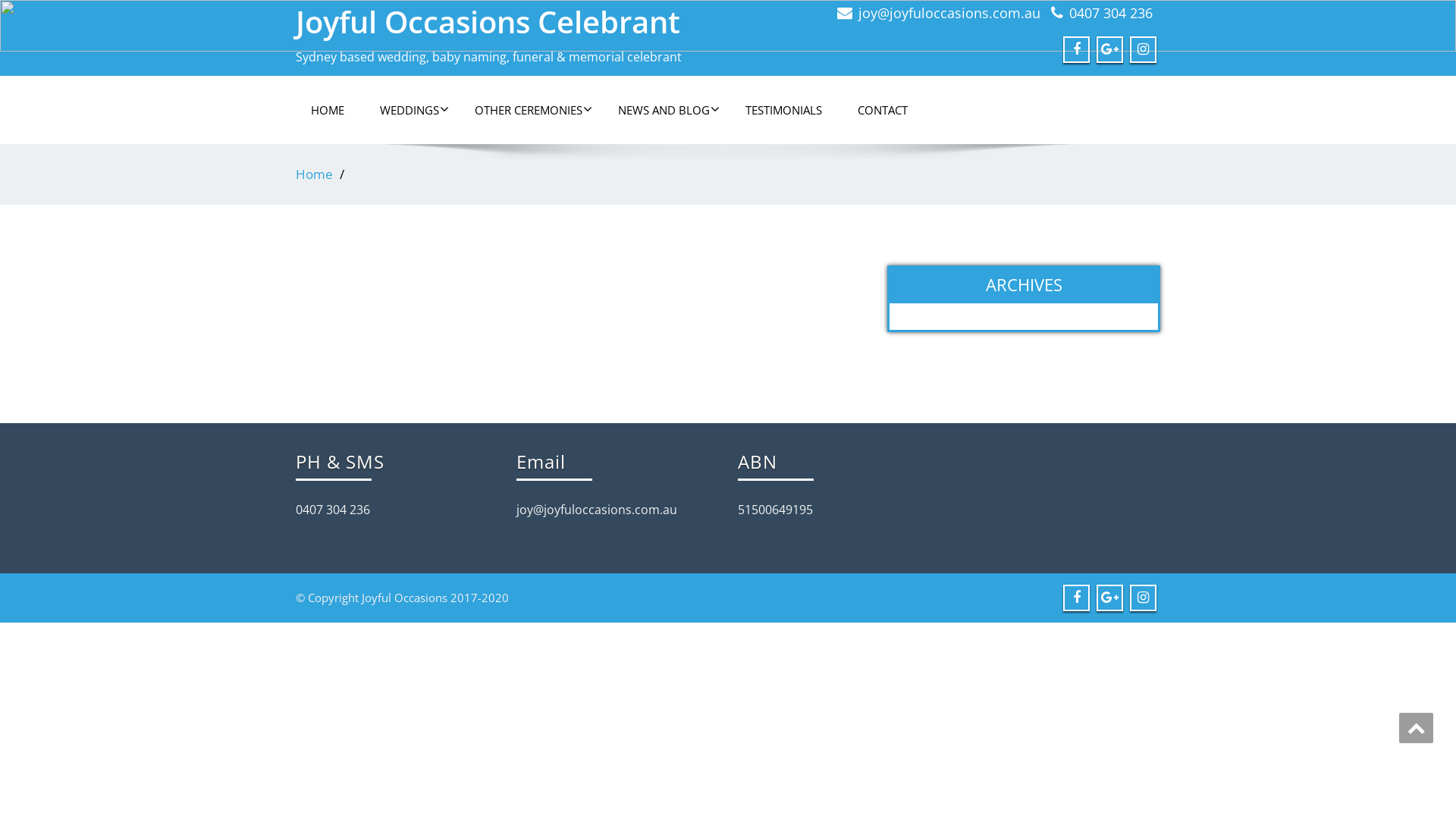  What do you see at coordinates (409, 109) in the screenshot?
I see `'WEDDINGS'` at bounding box center [409, 109].